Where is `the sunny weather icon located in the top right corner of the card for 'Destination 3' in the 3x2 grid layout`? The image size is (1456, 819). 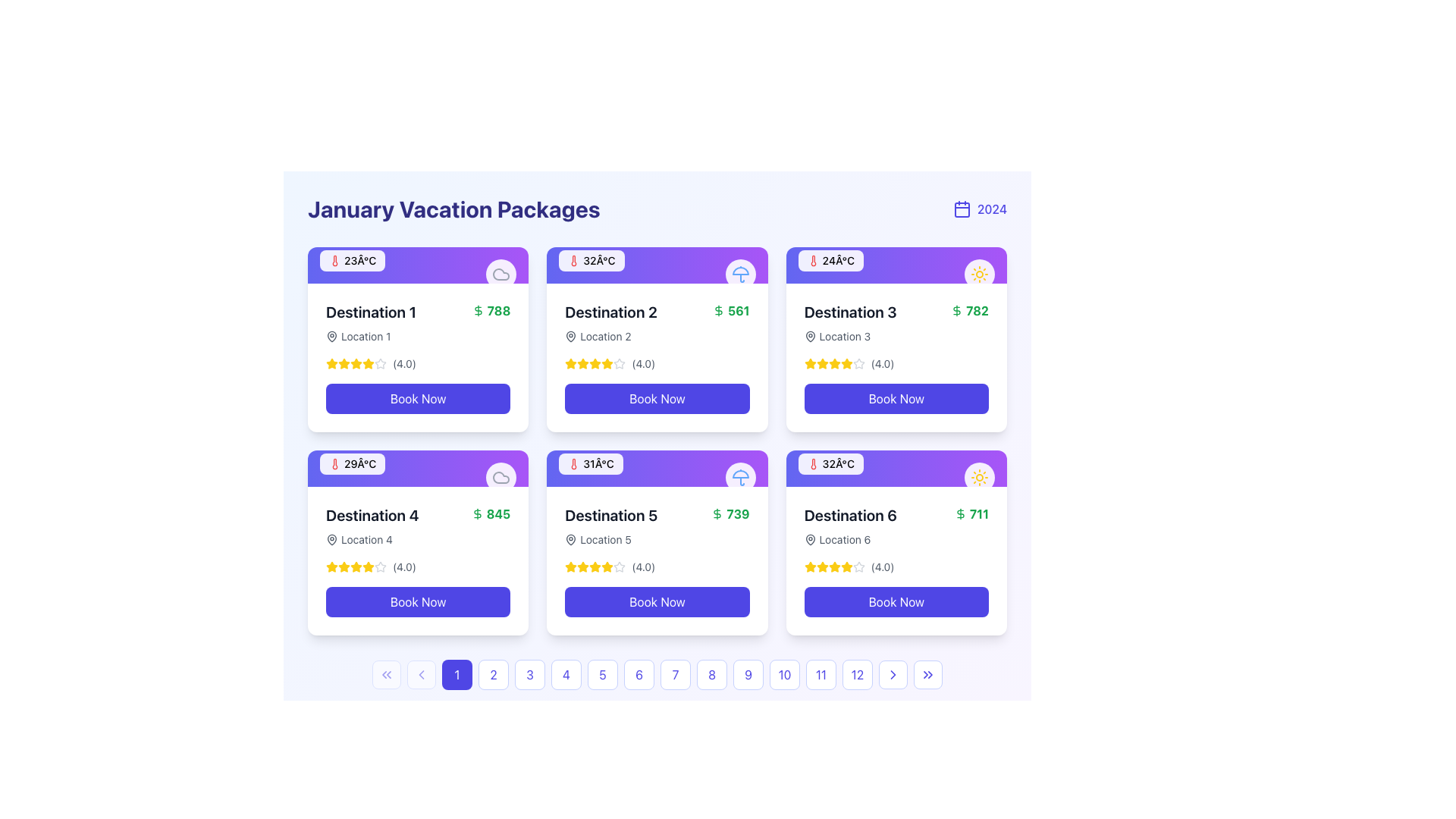 the sunny weather icon located in the top right corner of the card for 'Destination 3' in the 3x2 grid layout is located at coordinates (979, 476).